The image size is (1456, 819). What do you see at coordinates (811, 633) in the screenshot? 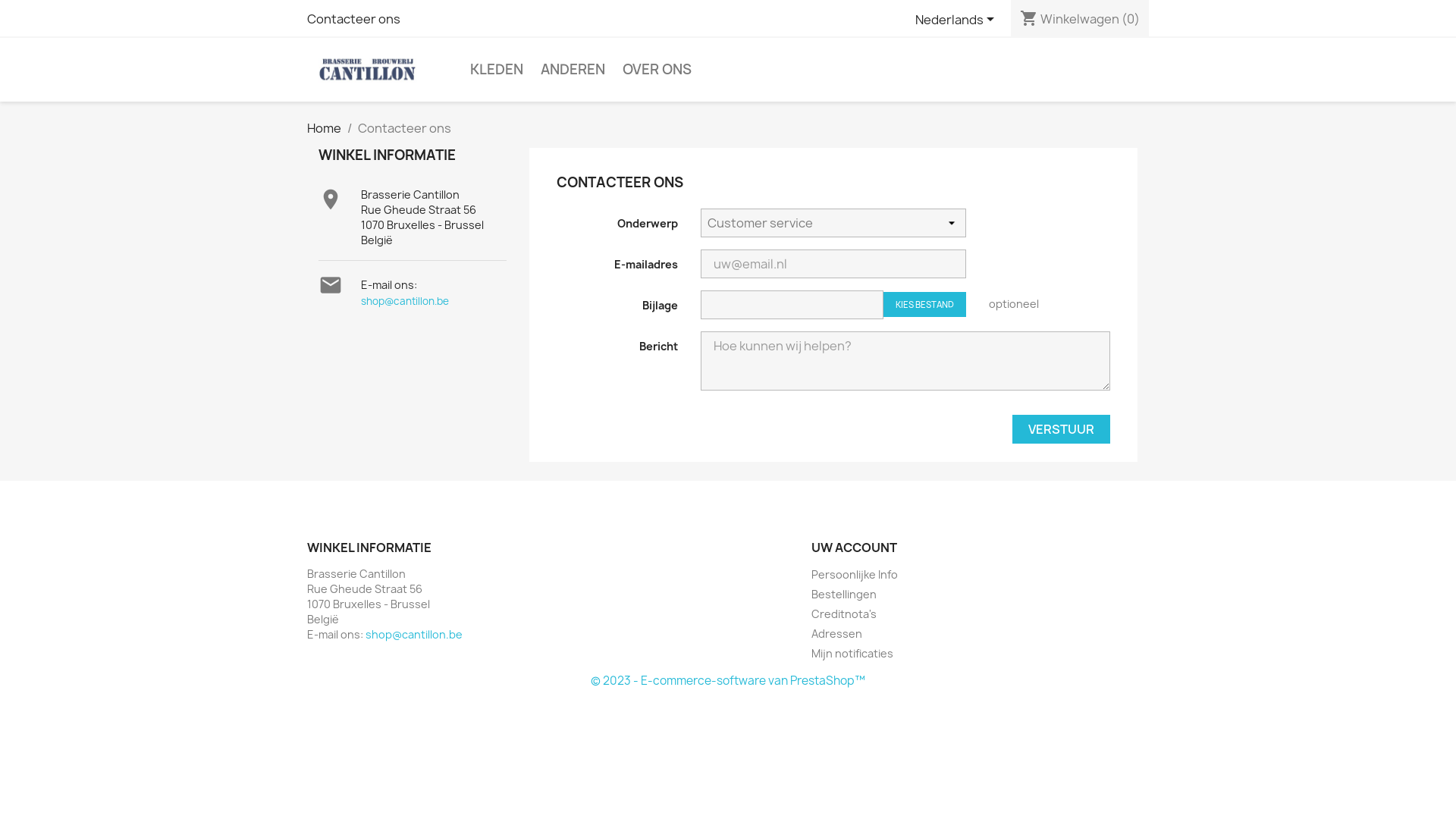
I see `'Adressen'` at bounding box center [811, 633].